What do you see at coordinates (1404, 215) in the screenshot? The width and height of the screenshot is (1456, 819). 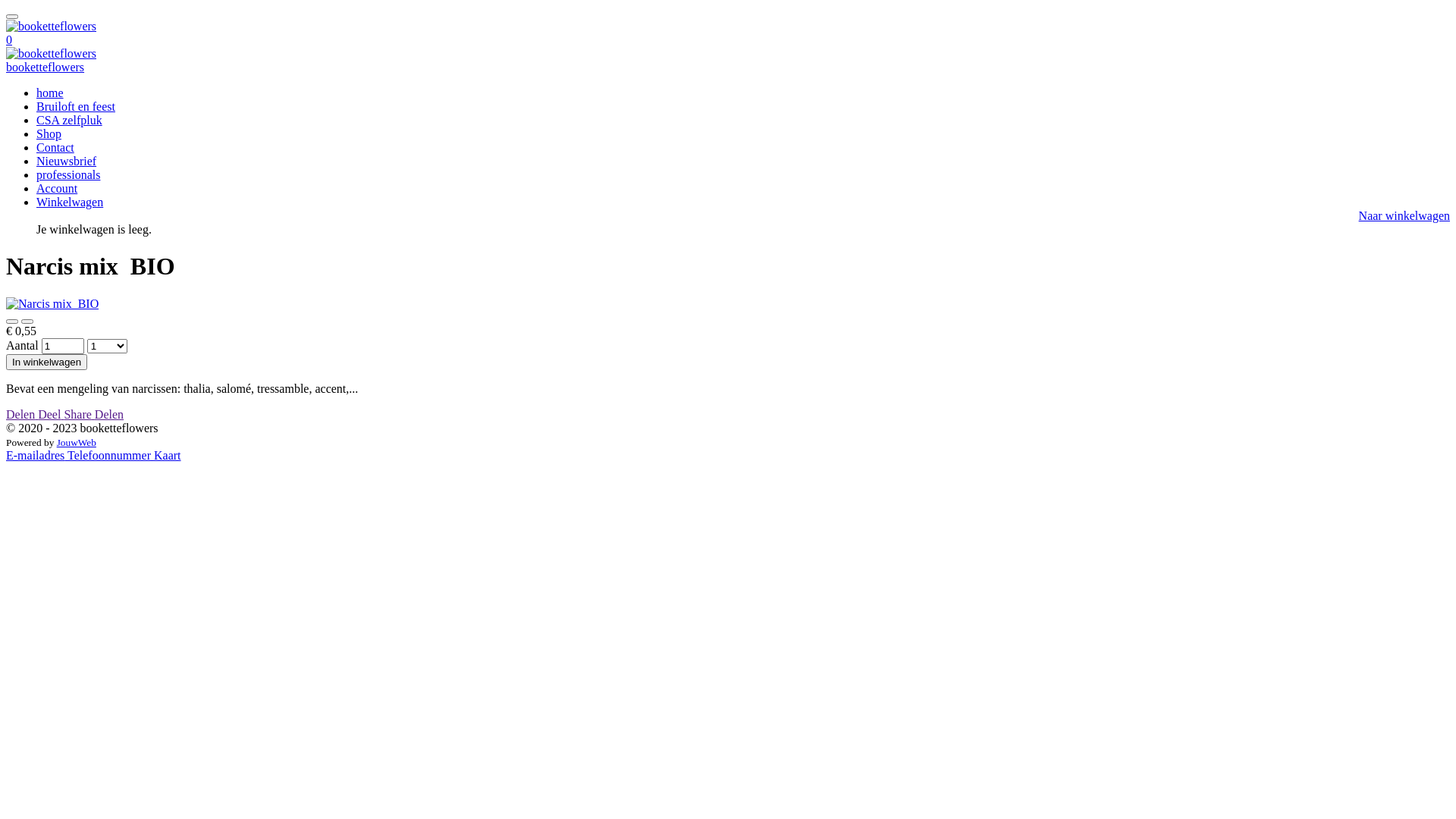 I see `'Naar winkelwagen'` at bounding box center [1404, 215].